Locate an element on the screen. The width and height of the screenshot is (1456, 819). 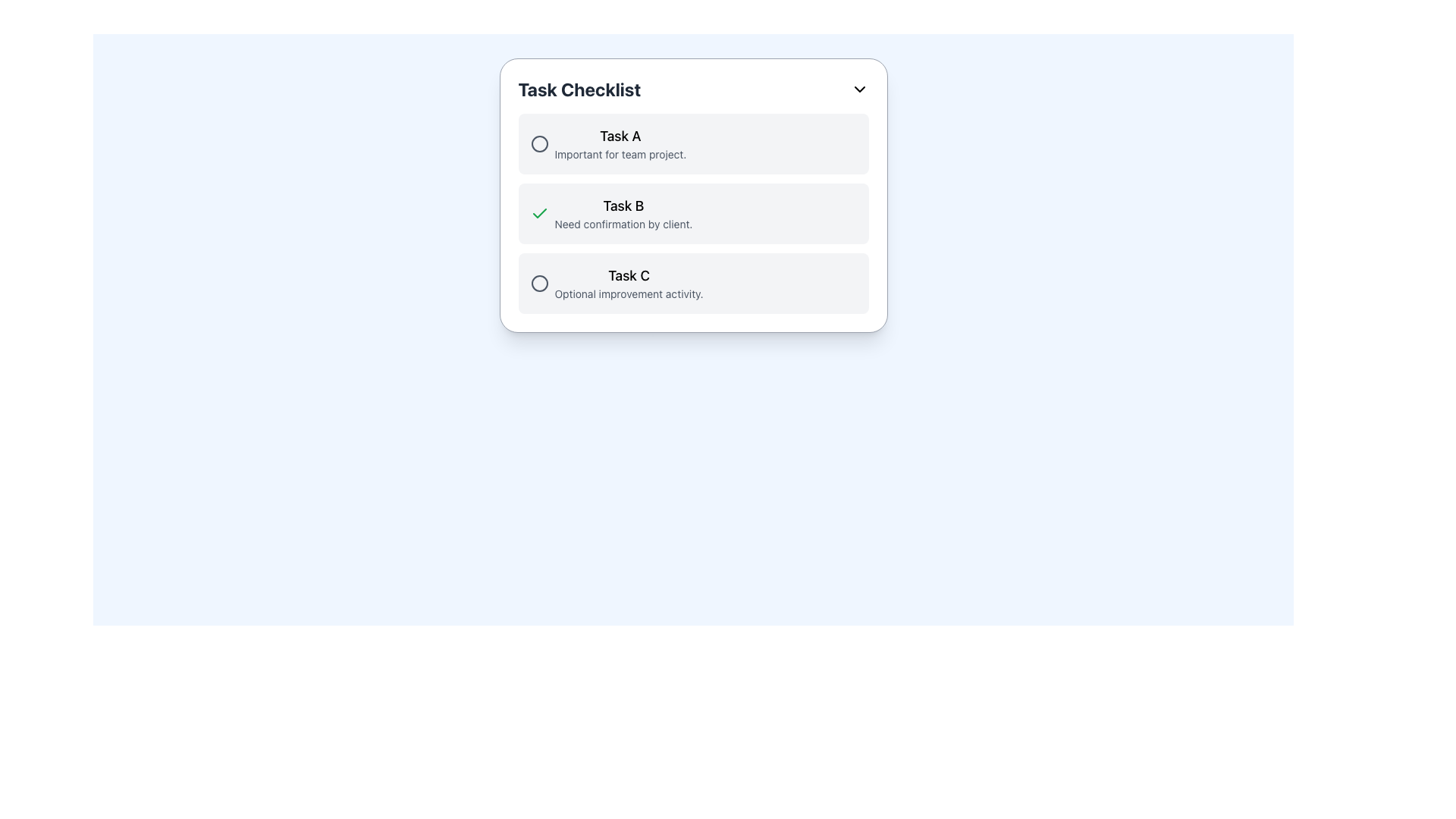
text block titled 'Task C' which contains the description 'Optional improvement activity.' This element is the third item in a vertical checklist within a card-like structure is located at coordinates (629, 284).